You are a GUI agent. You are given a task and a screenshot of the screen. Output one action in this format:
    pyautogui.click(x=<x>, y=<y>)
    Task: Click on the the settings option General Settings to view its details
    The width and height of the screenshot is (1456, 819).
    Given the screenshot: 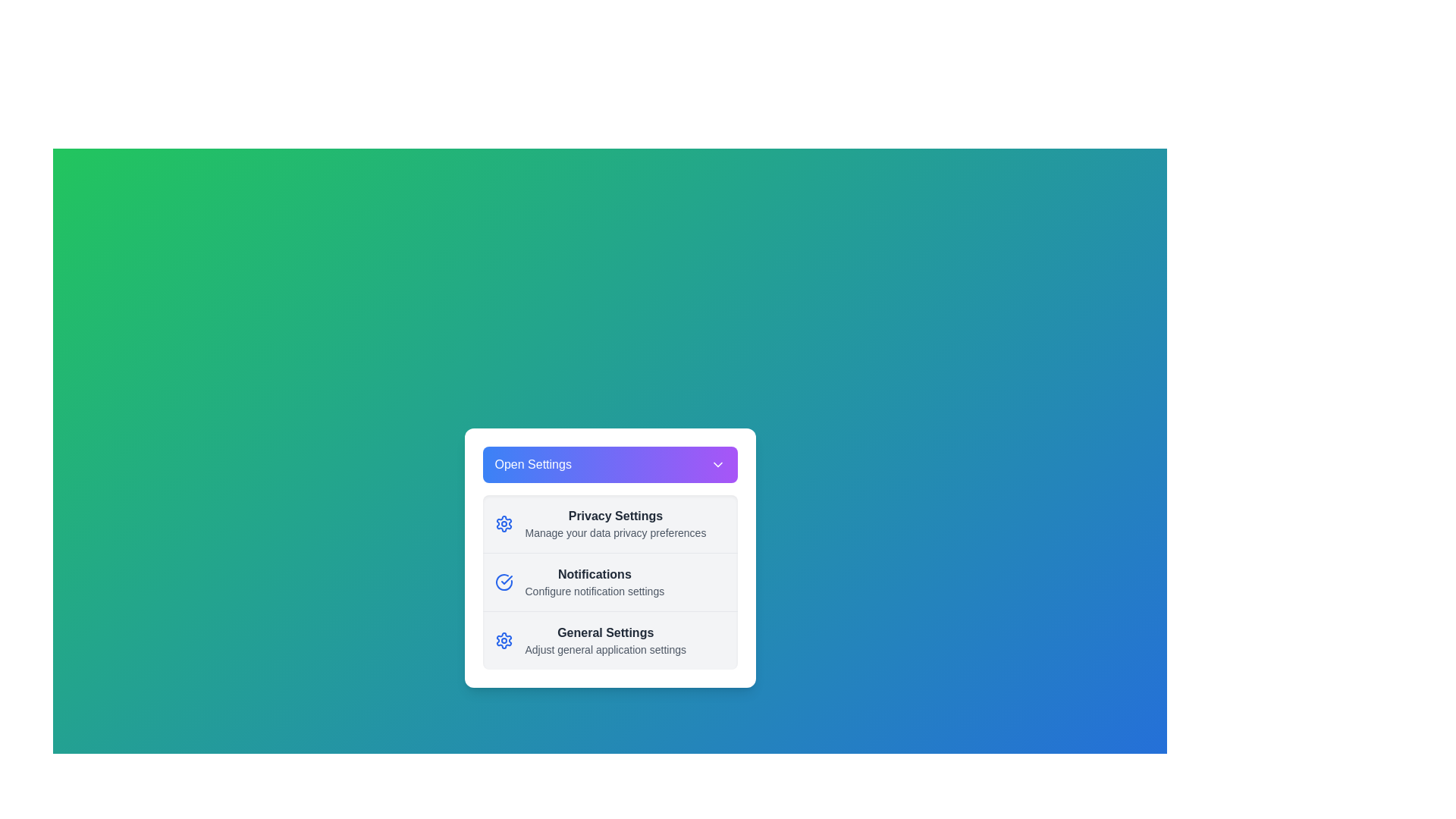 What is the action you would take?
    pyautogui.click(x=610, y=640)
    